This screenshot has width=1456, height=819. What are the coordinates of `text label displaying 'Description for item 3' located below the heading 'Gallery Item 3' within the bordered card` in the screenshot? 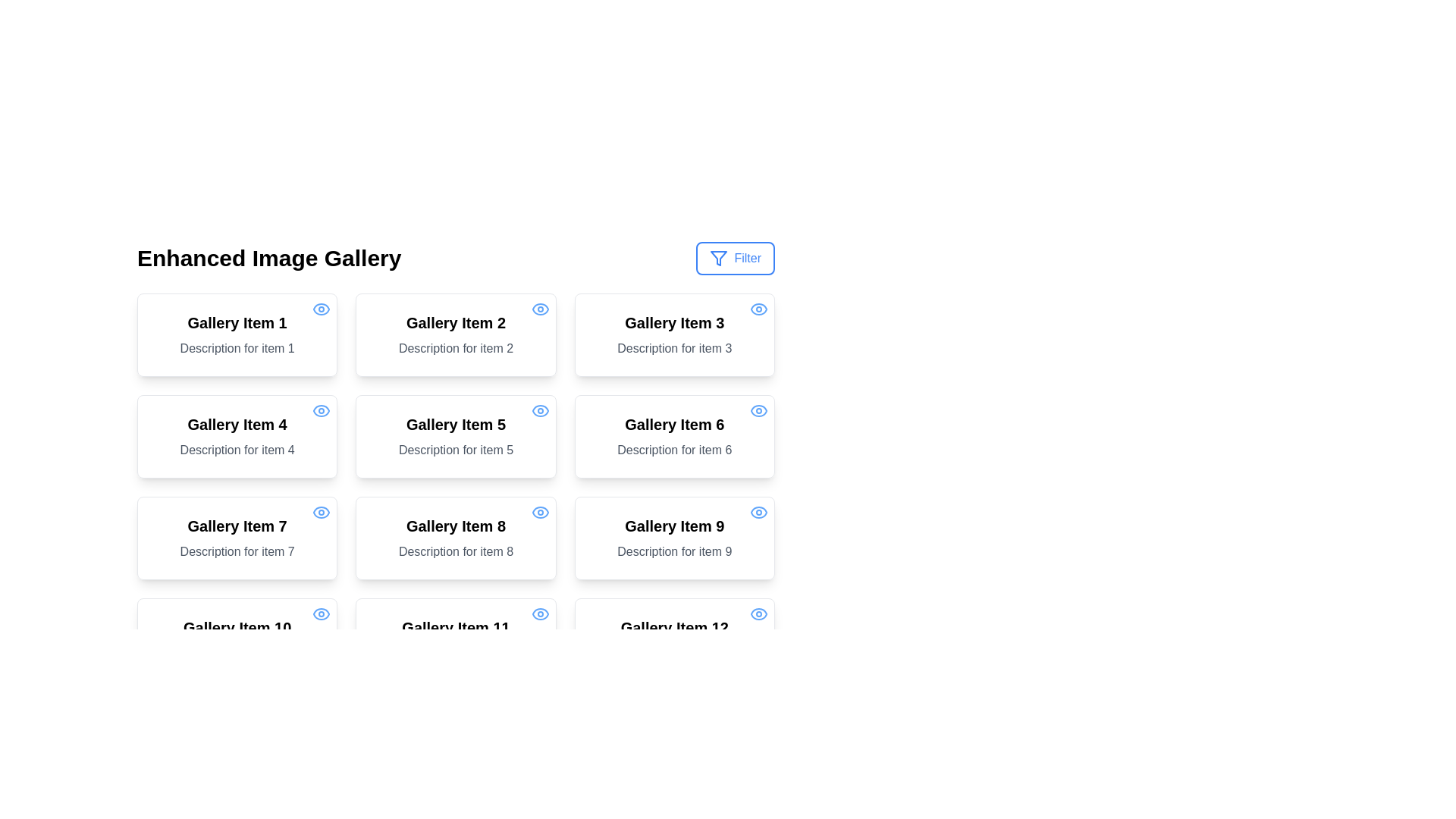 It's located at (673, 348).